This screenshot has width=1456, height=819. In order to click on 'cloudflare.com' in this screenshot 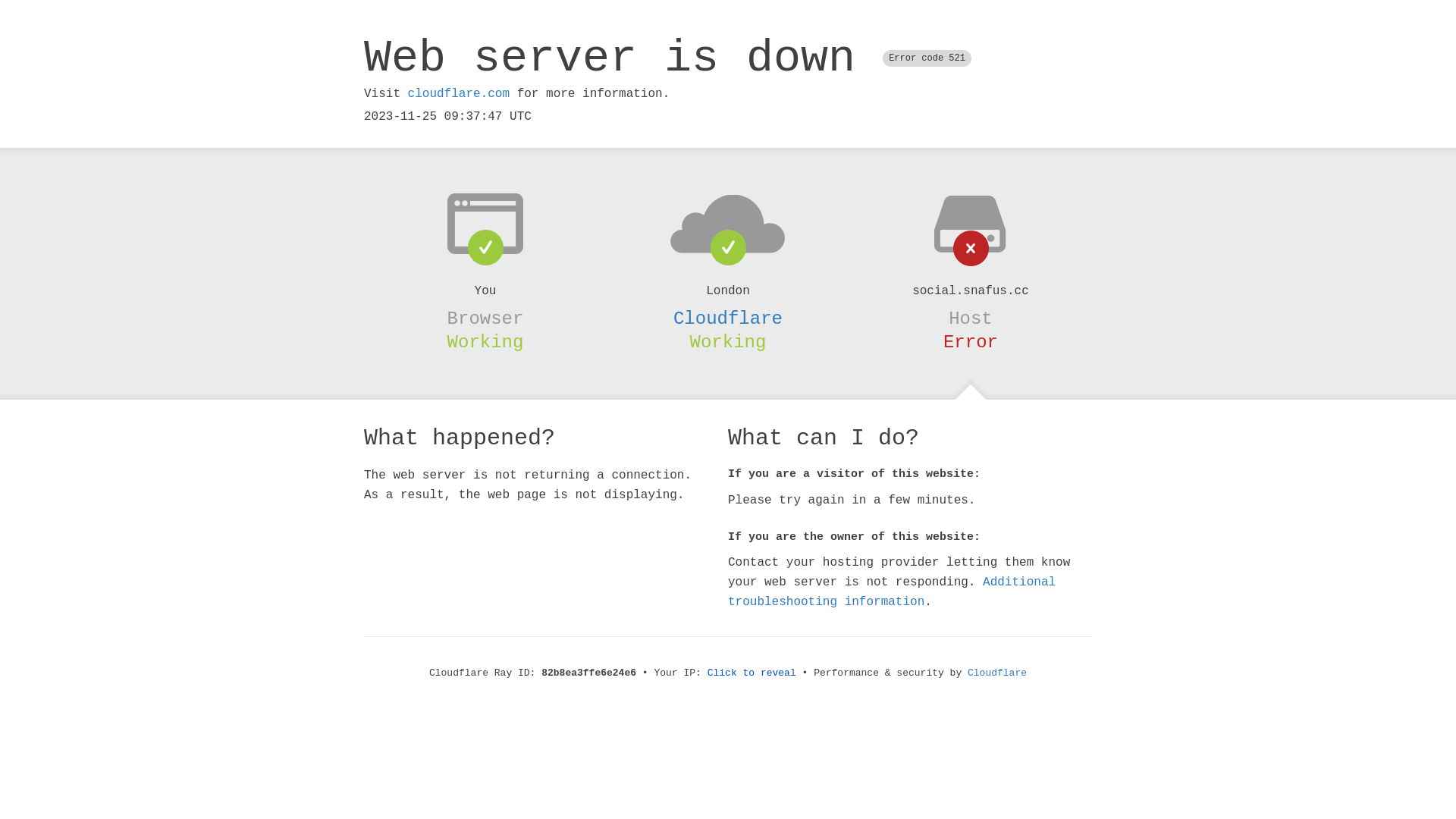, I will do `click(407, 93)`.